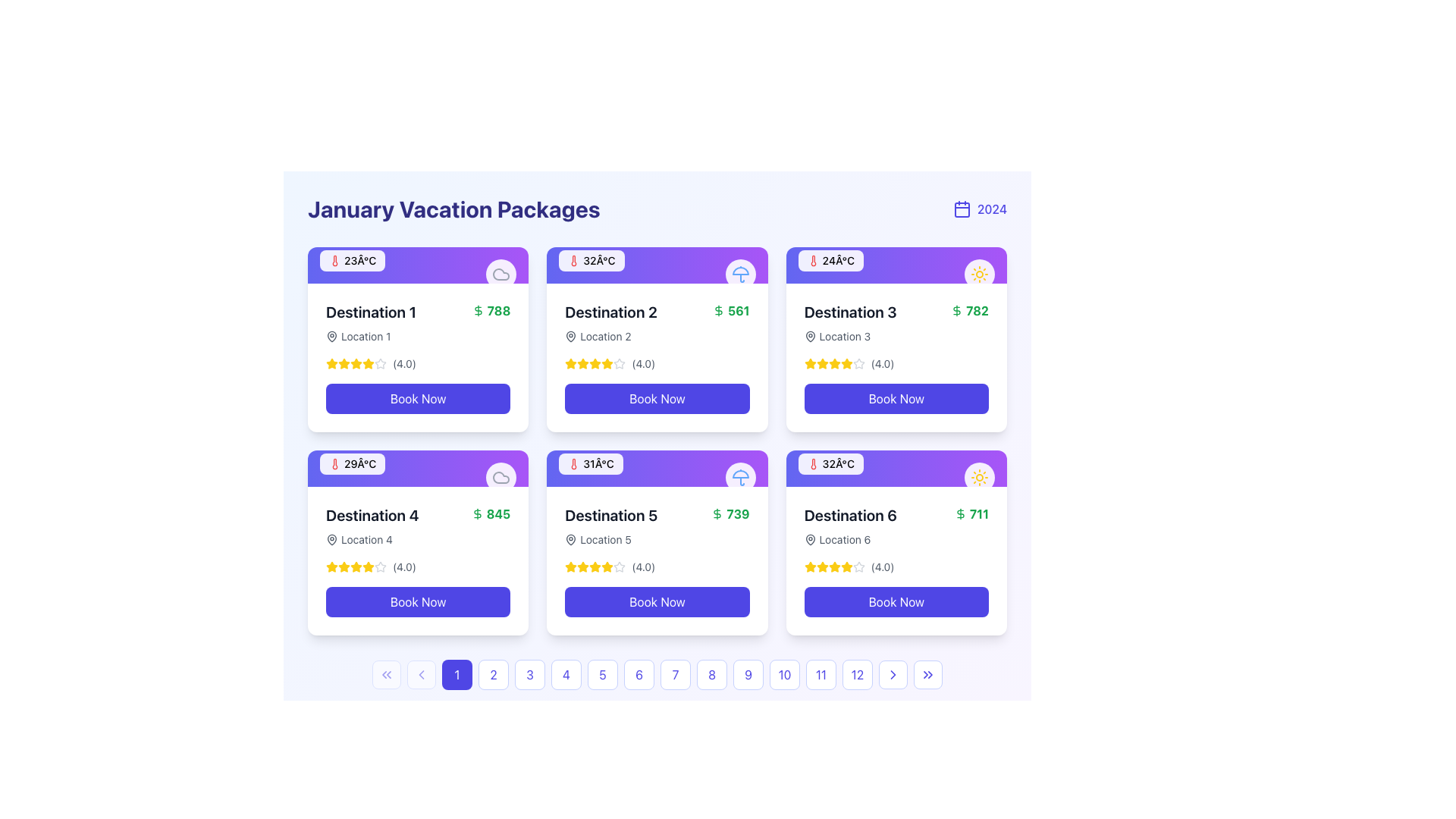  What do you see at coordinates (893, 674) in the screenshot?
I see `the pagination navigation button located to the right of the button labeled '12'` at bounding box center [893, 674].